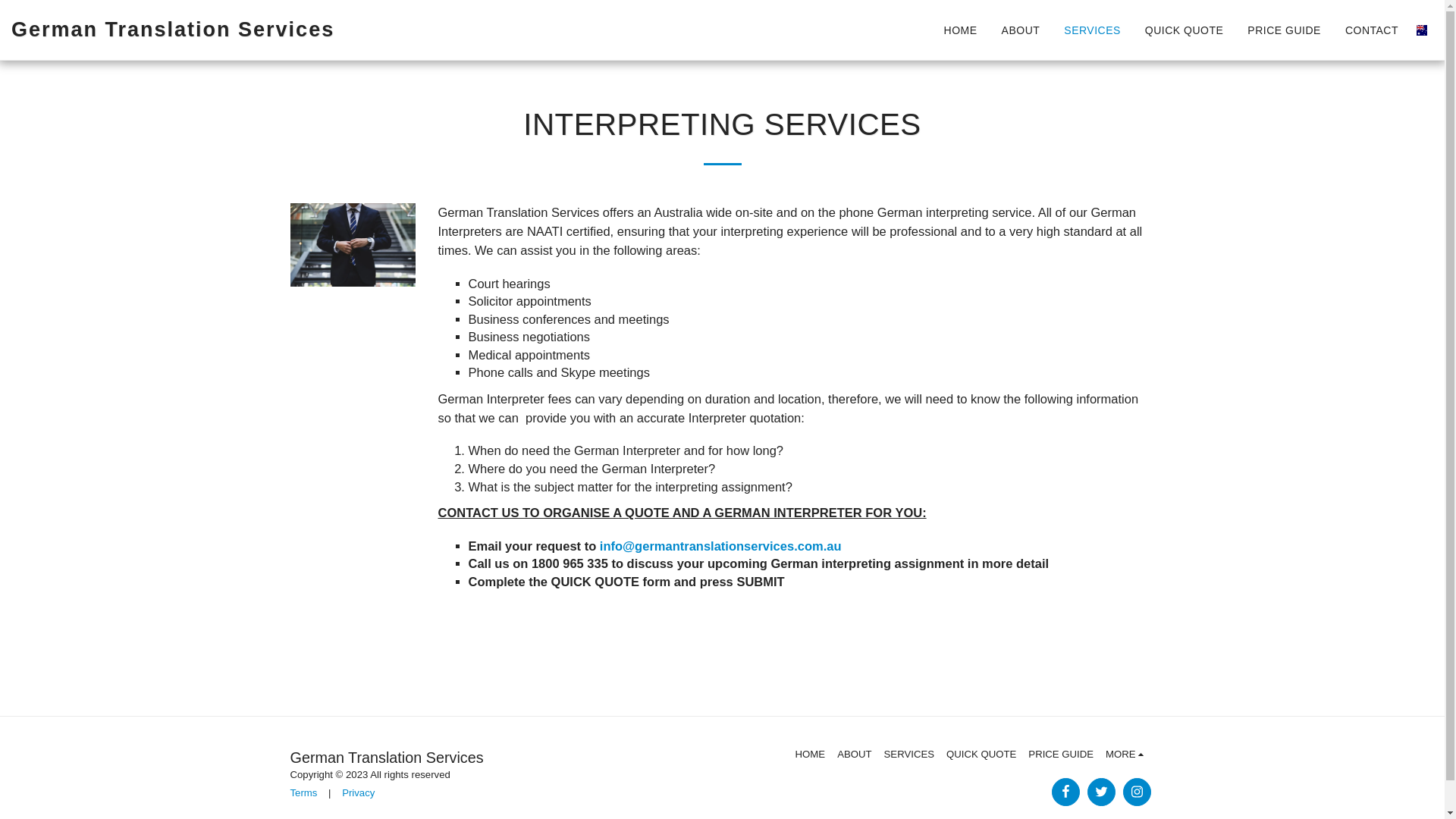 This screenshot has height=819, width=1456. What do you see at coordinates (1021, 30) in the screenshot?
I see `'ABOUT'` at bounding box center [1021, 30].